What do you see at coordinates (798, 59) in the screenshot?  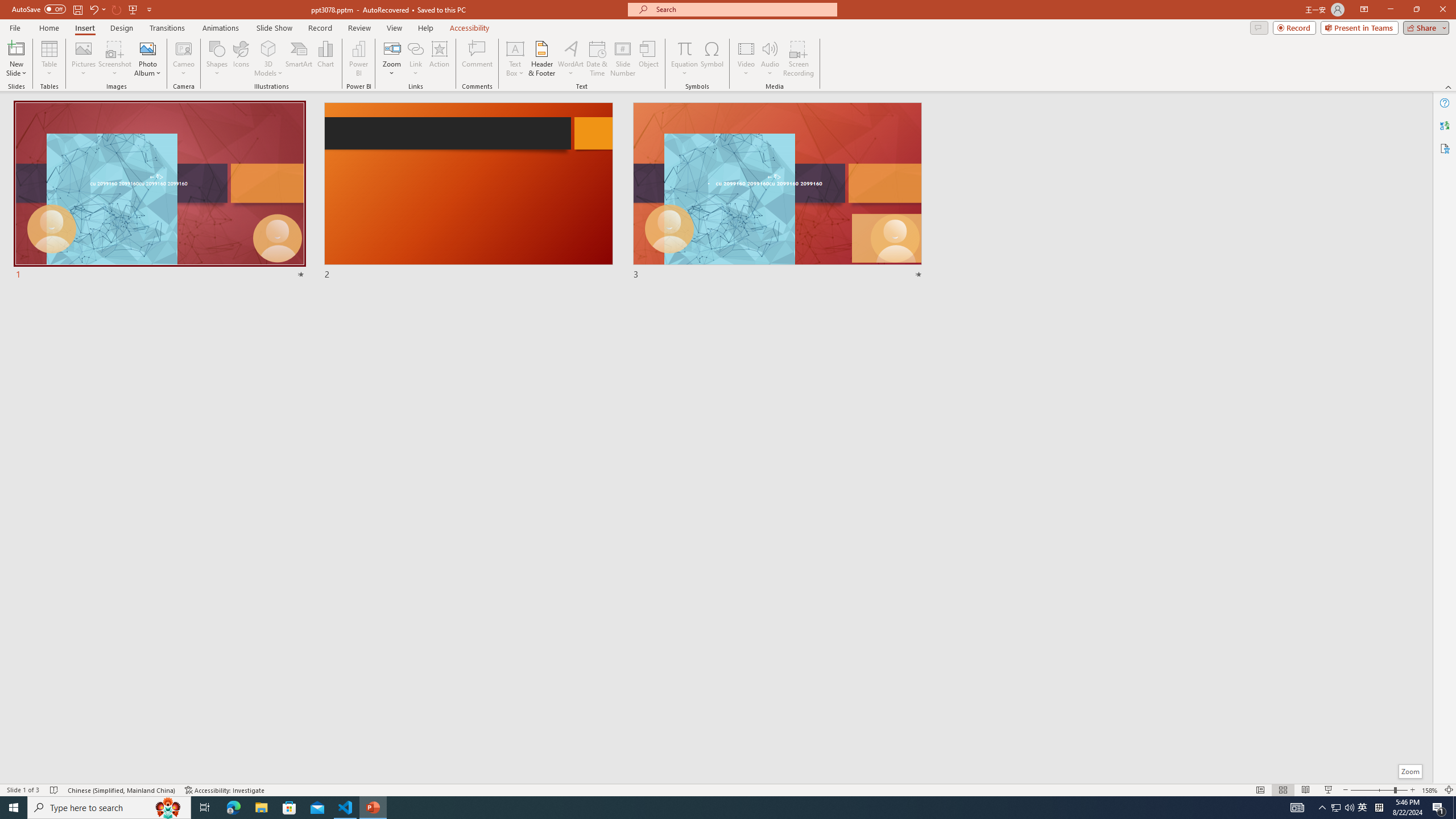 I see `'Screen Recording...'` at bounding box center [798, 59].